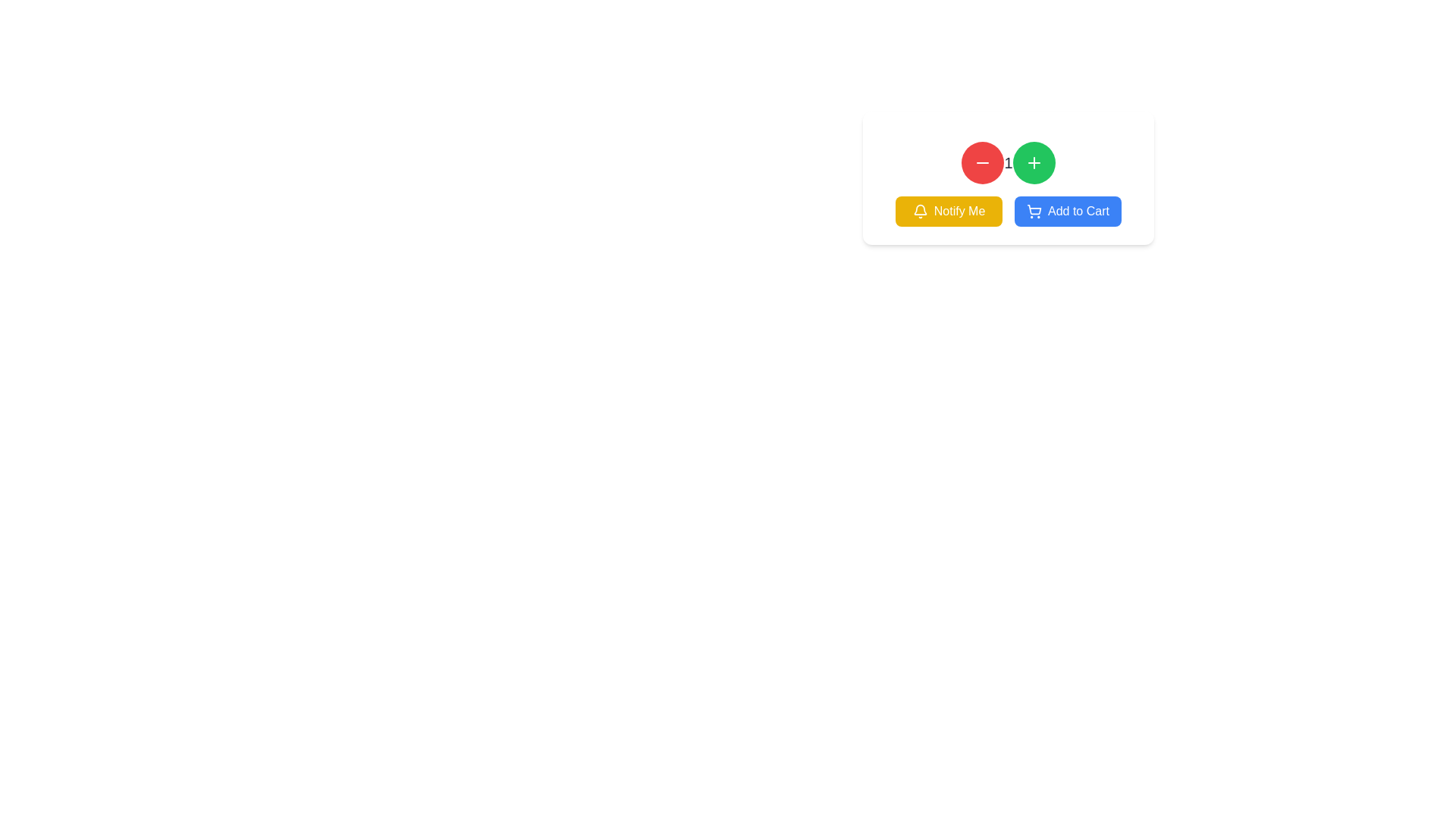 This screenshot has width=1456, height=819. What do you see at coordinates (983, 163) in the screenshot?
I see `the circular red button with a white hyphen icon to decrease a value` at bounding box center [983, 163].